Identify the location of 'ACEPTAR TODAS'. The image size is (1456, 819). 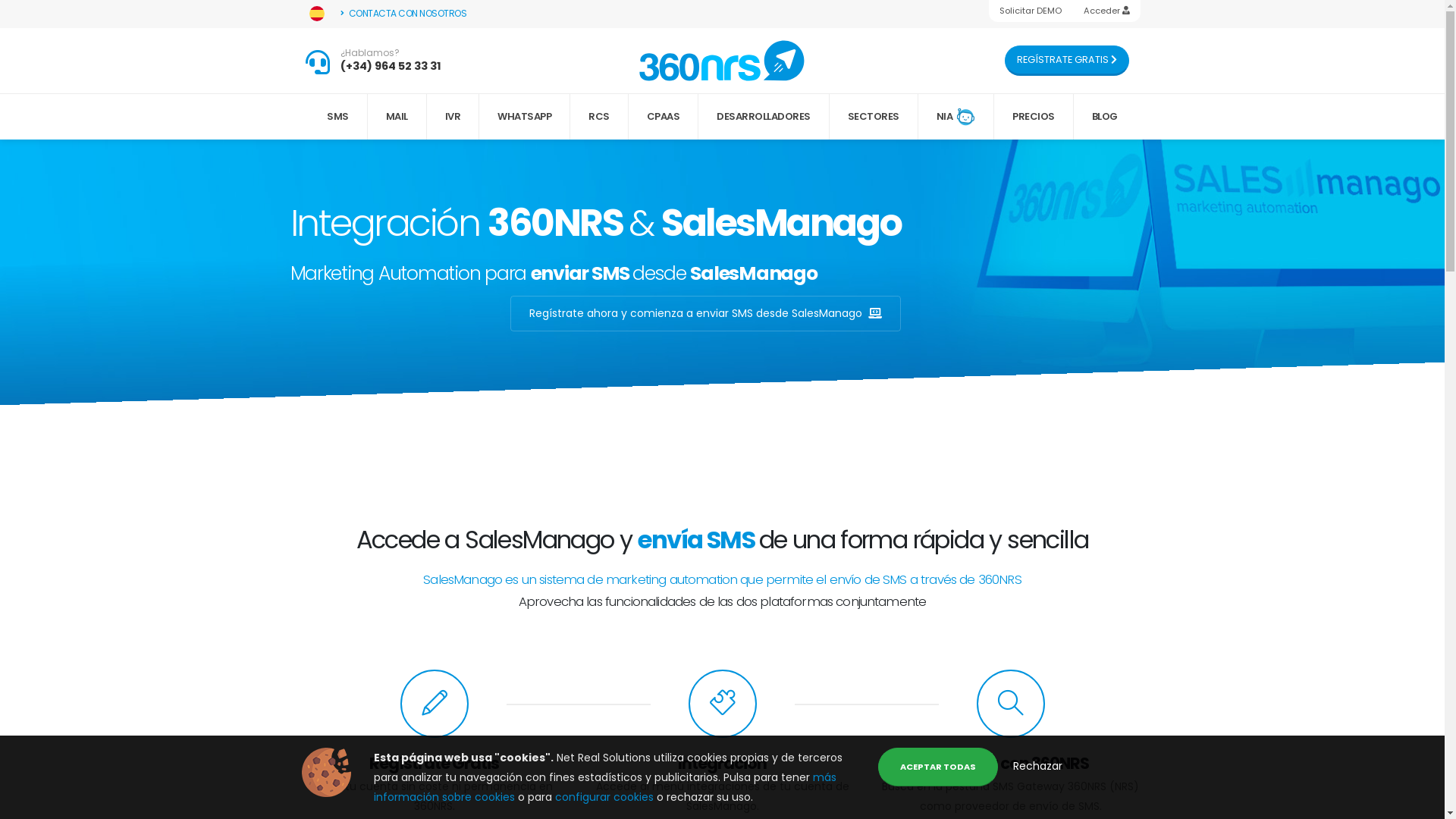
(937, 767).